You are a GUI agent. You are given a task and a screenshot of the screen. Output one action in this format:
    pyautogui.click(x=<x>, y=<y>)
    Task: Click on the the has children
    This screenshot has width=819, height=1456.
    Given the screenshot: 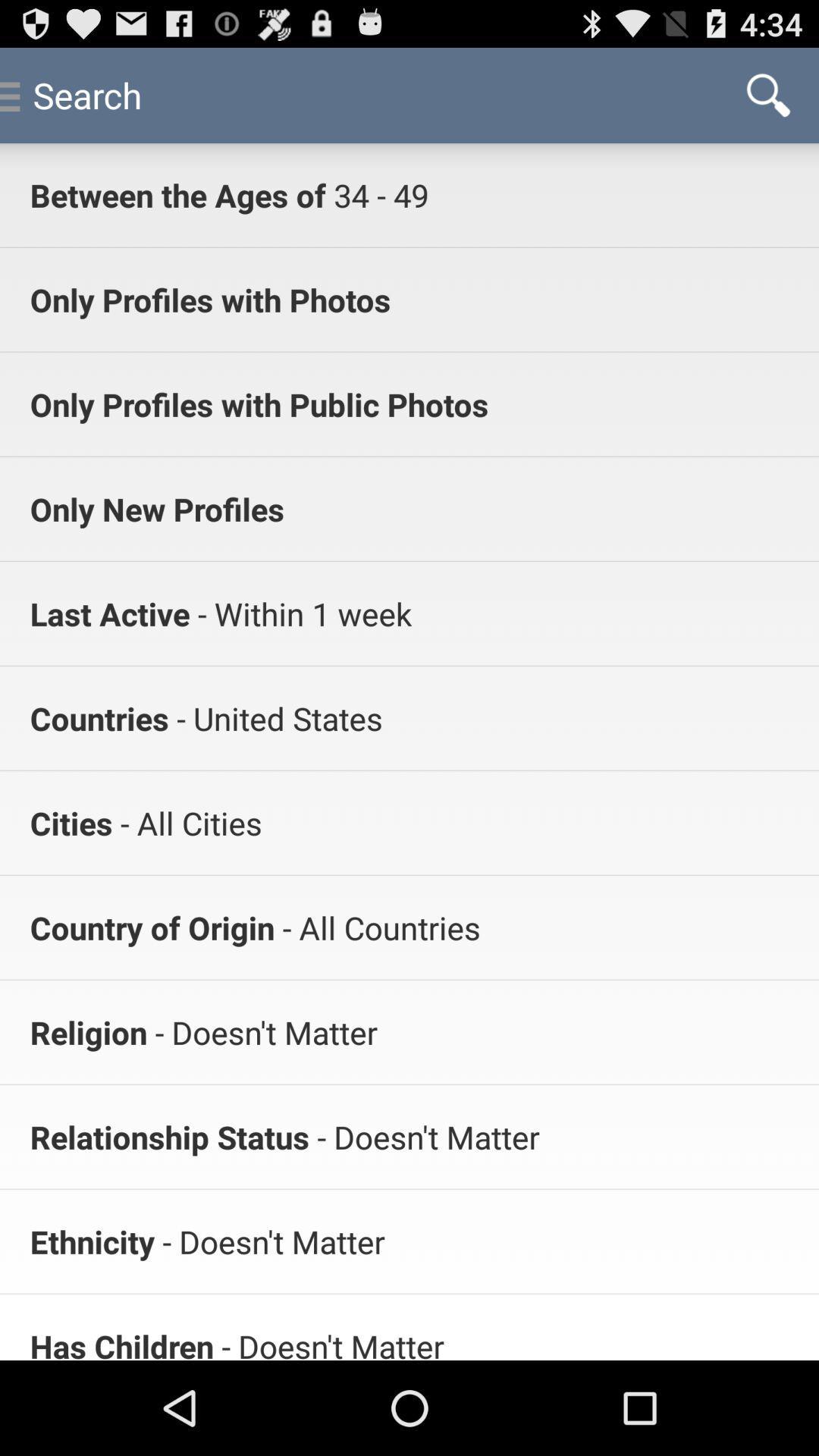 What is the action you would take?
    pyautogui.click(x=121, y=1342)
    